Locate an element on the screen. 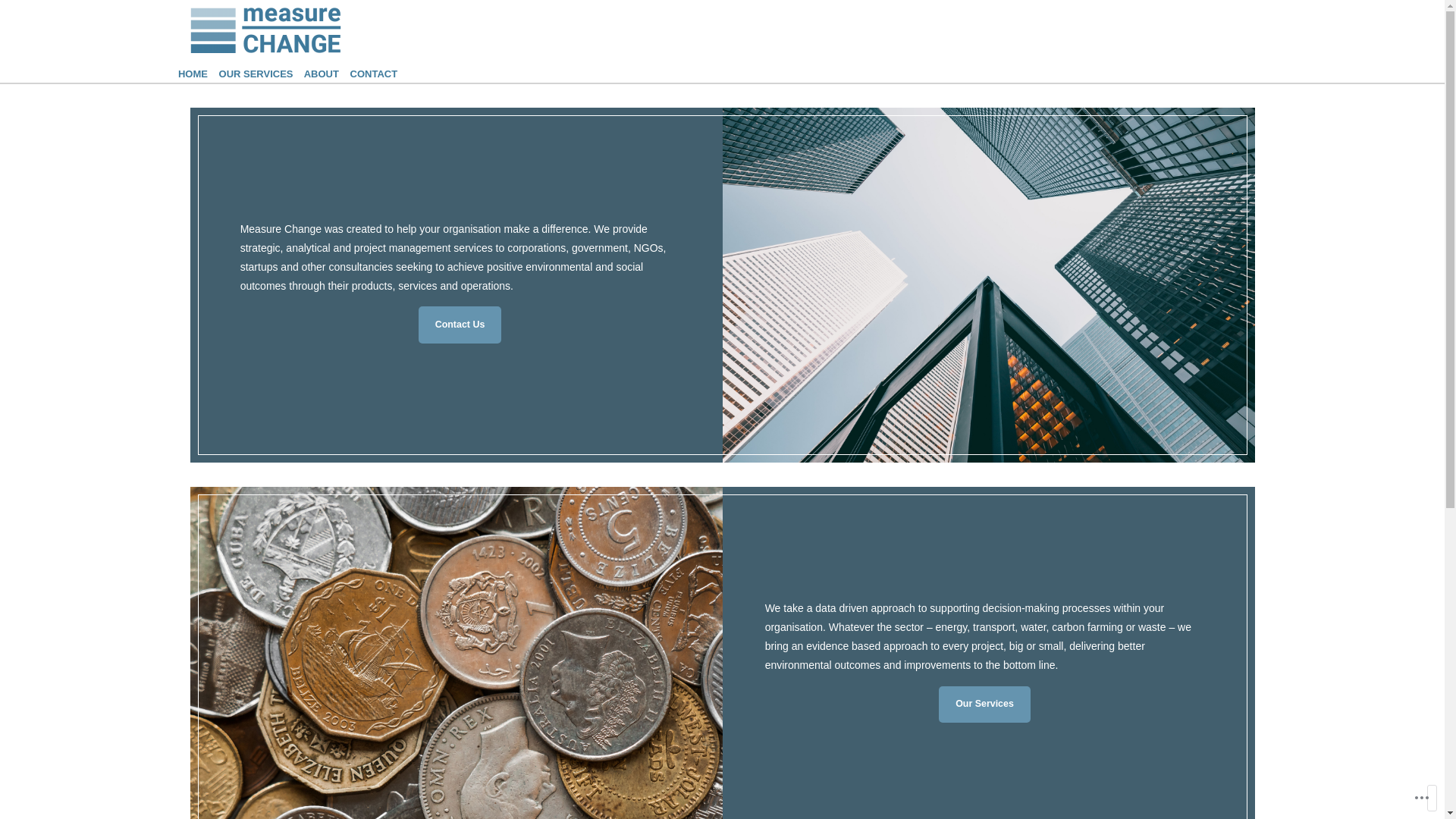 This screenshot has height=819, width=1456. 'CONTACT' is located at coordinates (374, 74).